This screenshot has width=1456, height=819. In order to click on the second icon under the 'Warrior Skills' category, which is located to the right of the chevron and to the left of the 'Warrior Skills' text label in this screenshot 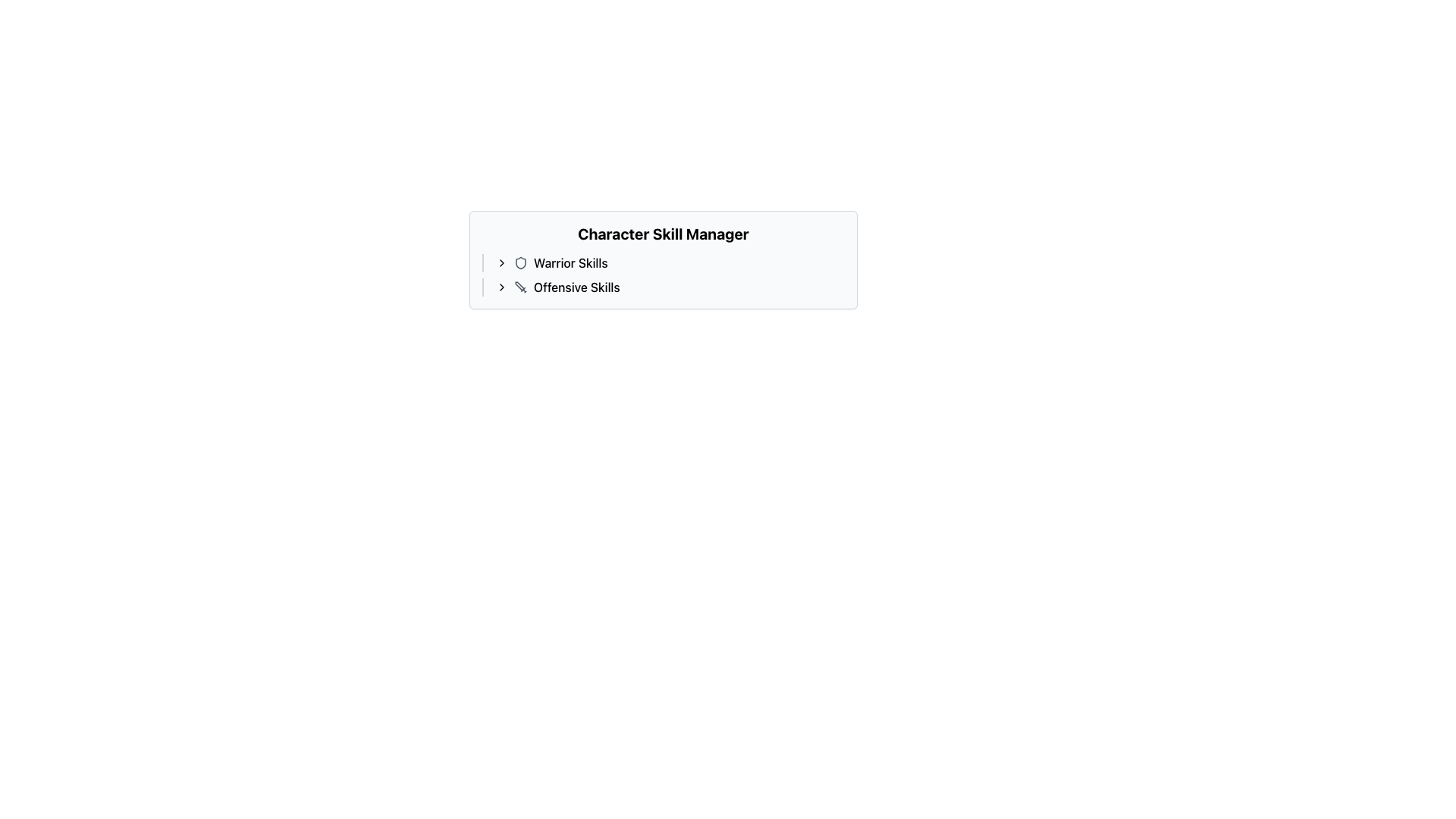, I will do `click(520, 262)`.